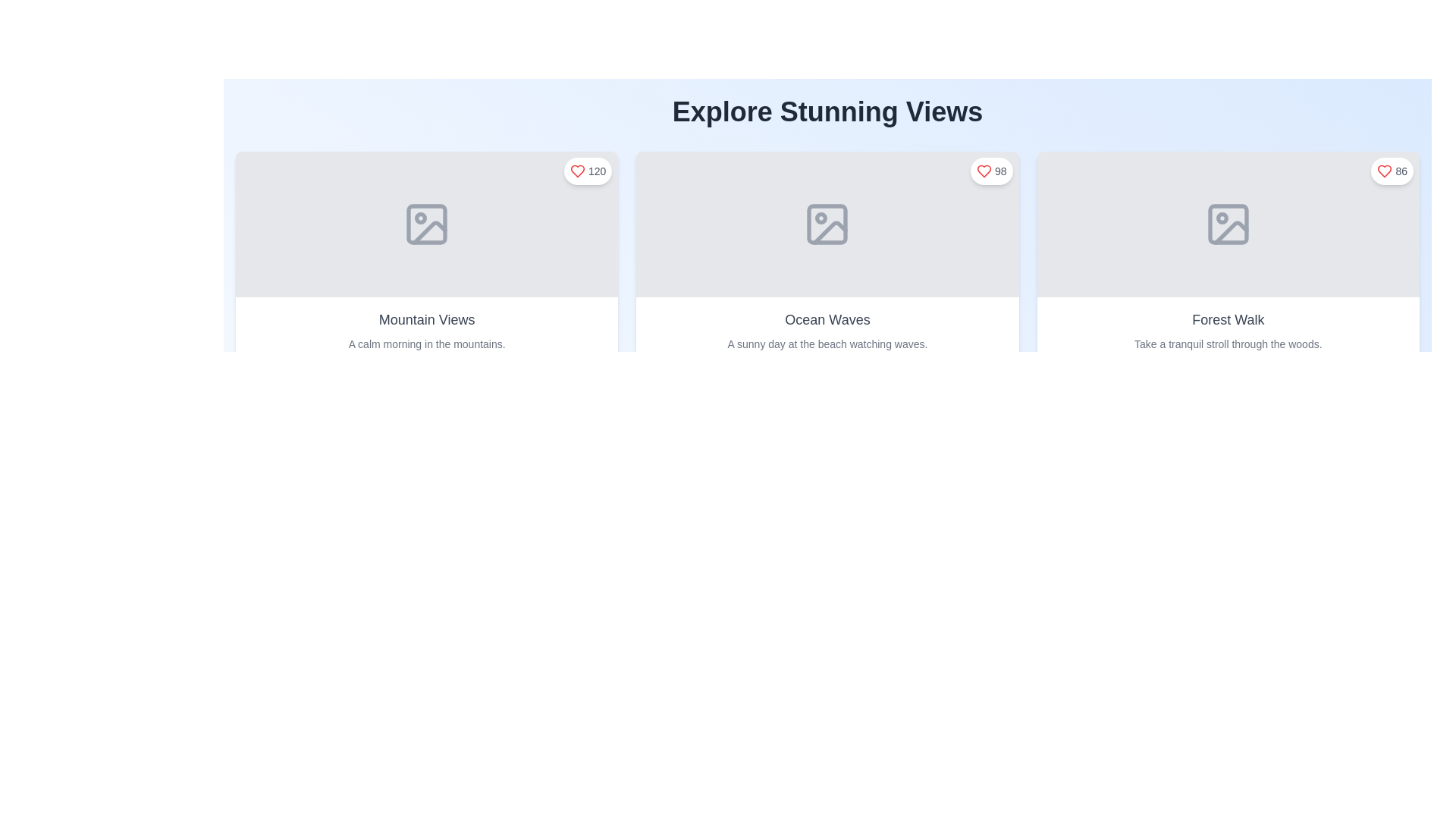 Image resolution: width=1456 pixels, height=819 pixels. I want to click on the image placeholder located within the 'Ocean Waves' card, which is the central card among three horizontally aligned cards, so click(827, 224).